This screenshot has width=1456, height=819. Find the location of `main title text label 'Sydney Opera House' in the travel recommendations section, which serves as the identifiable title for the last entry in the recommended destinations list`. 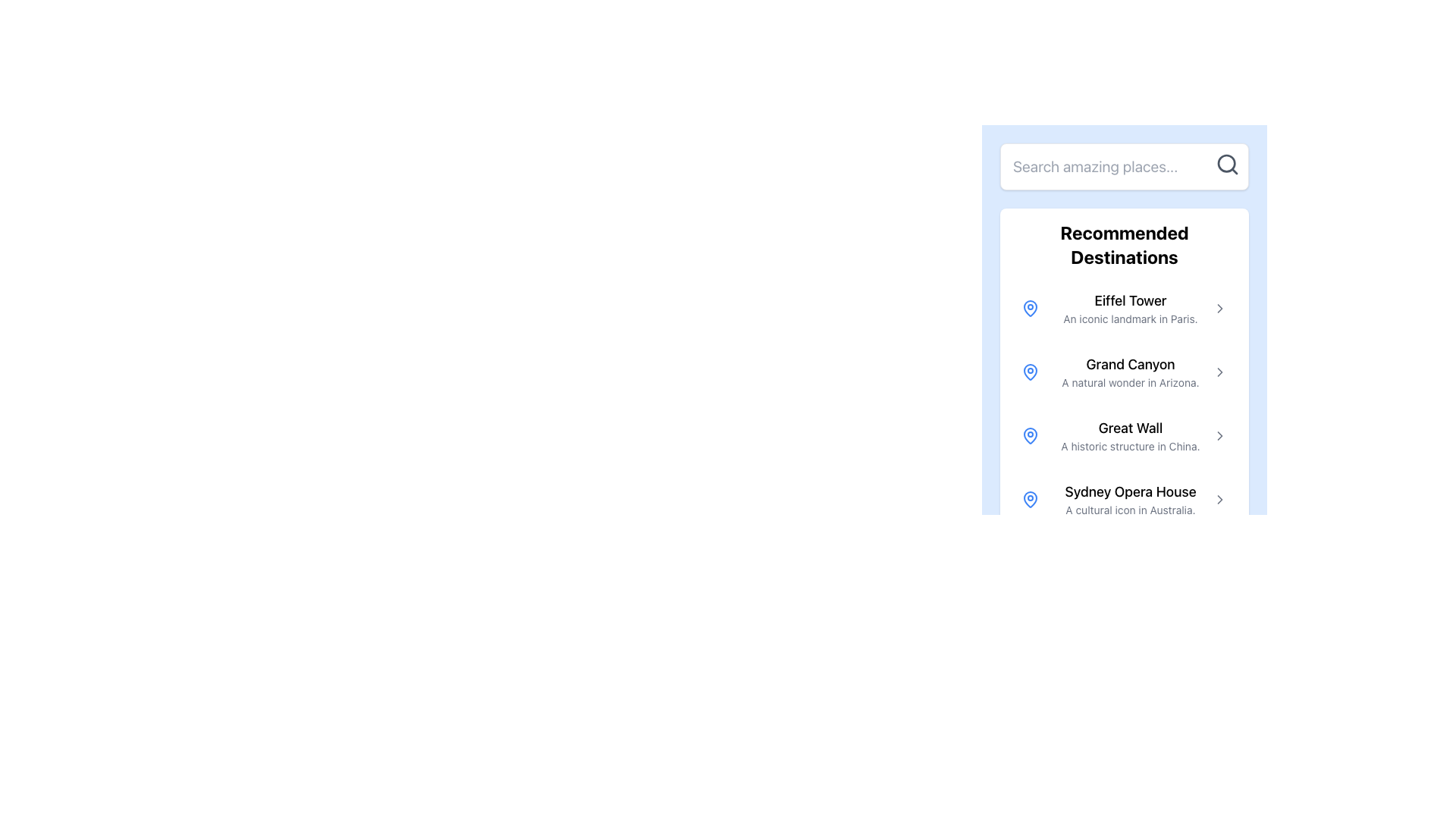

main title text label 'Sydney Opera House' in the travel recommendations section, which serves as the identifiable title for the last entry in the recommended destinations list is located at coordinates (1131, 491).